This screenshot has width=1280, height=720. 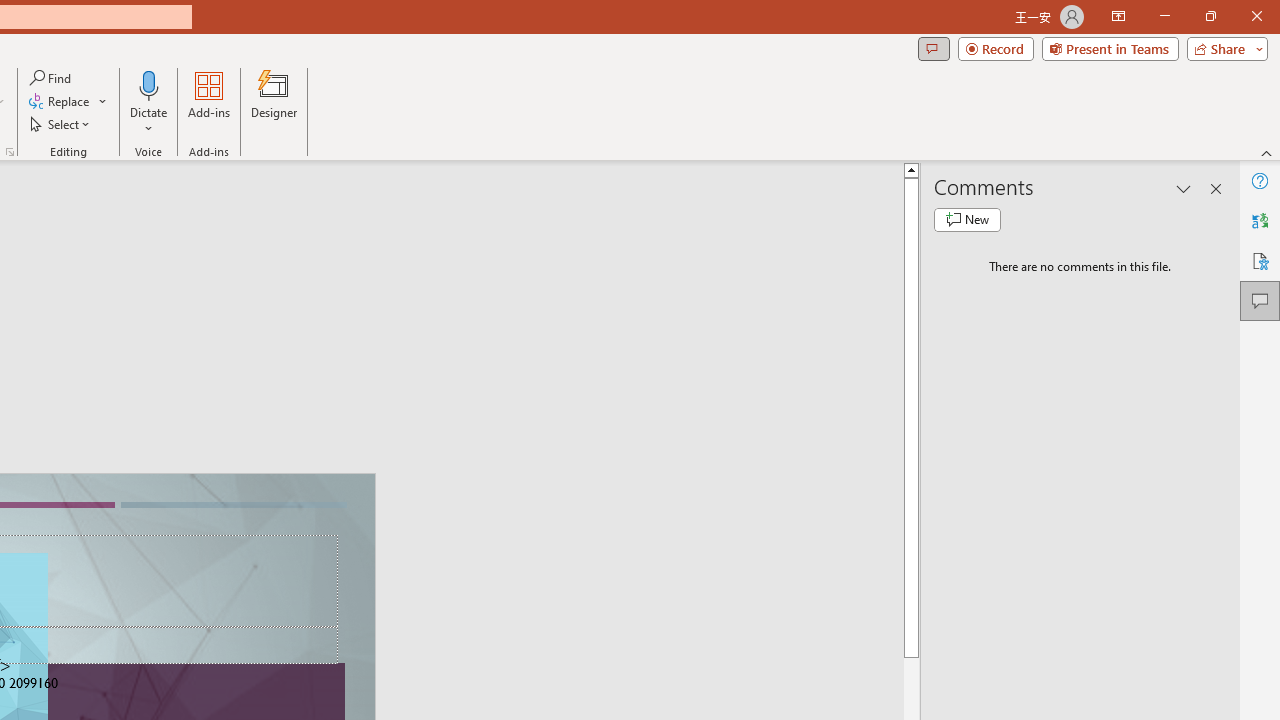 What do you see at coordinates (10, 150) in the screenshot?
I see `'Format Object...'` at bounding box center [10, 150].